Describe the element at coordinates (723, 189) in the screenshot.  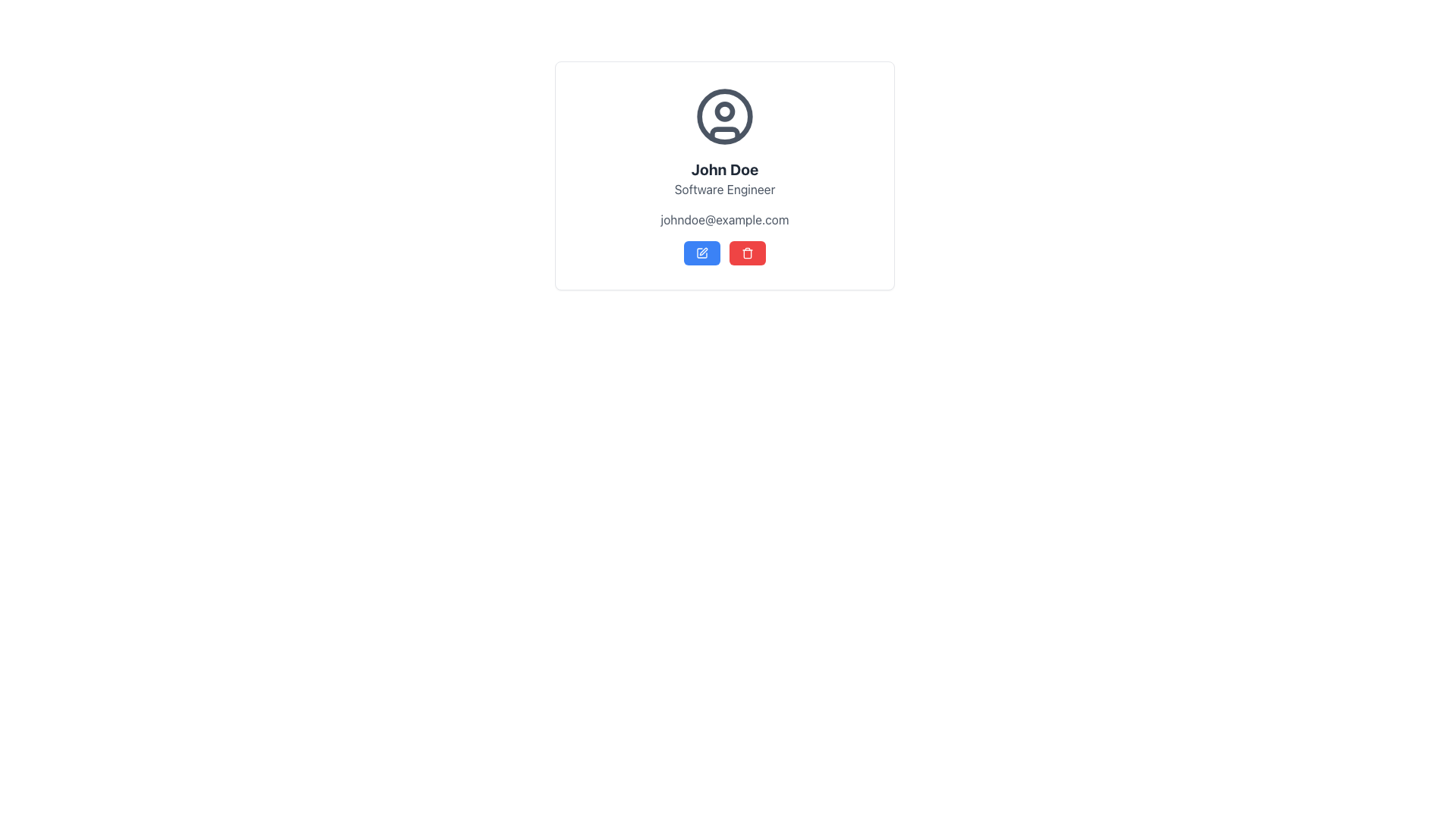
I see `the label displaying 'Software Engineer', which is centrally positioned below the bold 'John Doe' text within the card layout` at that location.